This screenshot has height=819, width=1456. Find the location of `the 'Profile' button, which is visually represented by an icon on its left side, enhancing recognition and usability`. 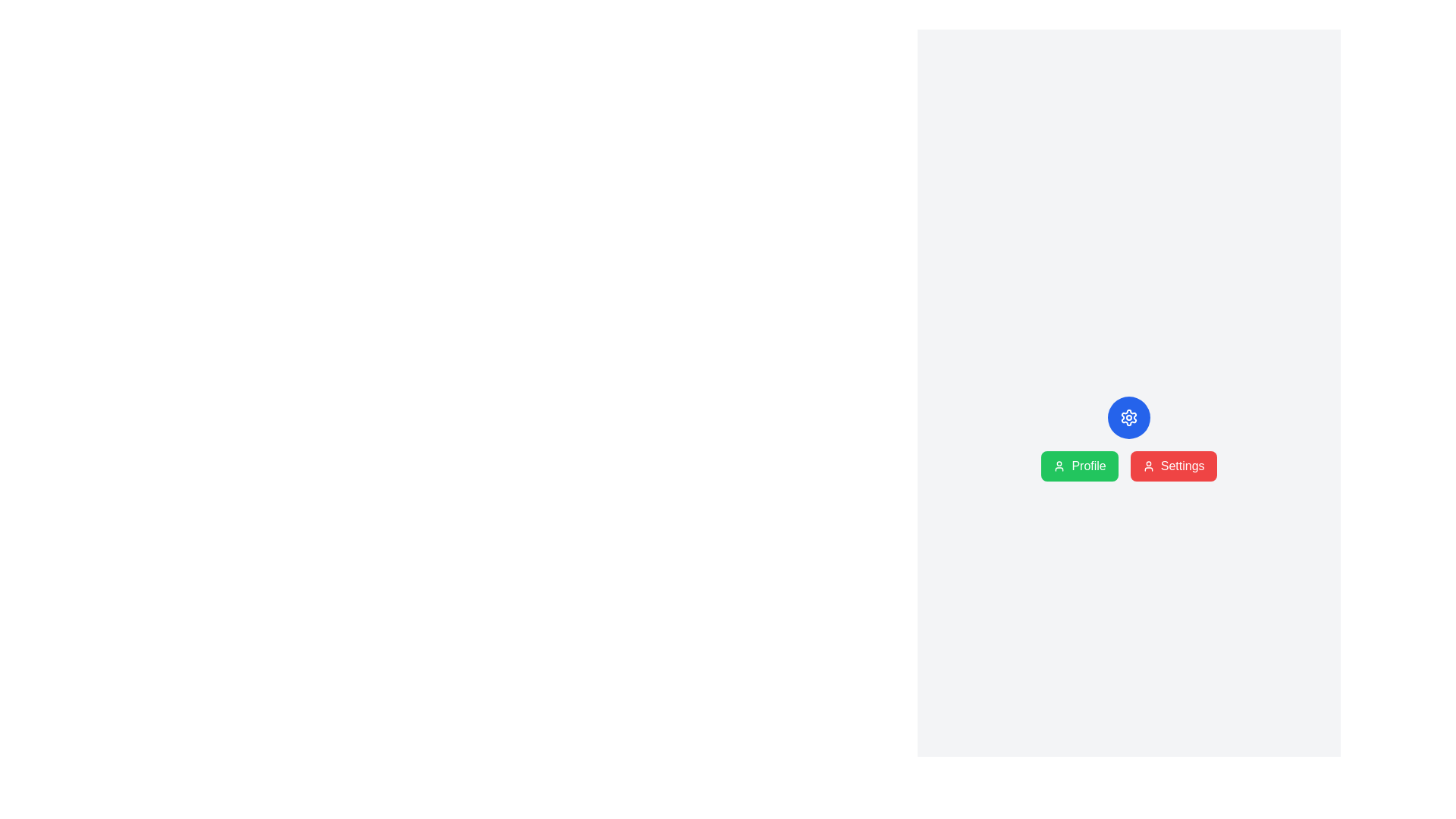

the 'Profile' button, which is visually represented by an icon on its left side, enhancing recognition and usability is located at coordinates (1059, 465).